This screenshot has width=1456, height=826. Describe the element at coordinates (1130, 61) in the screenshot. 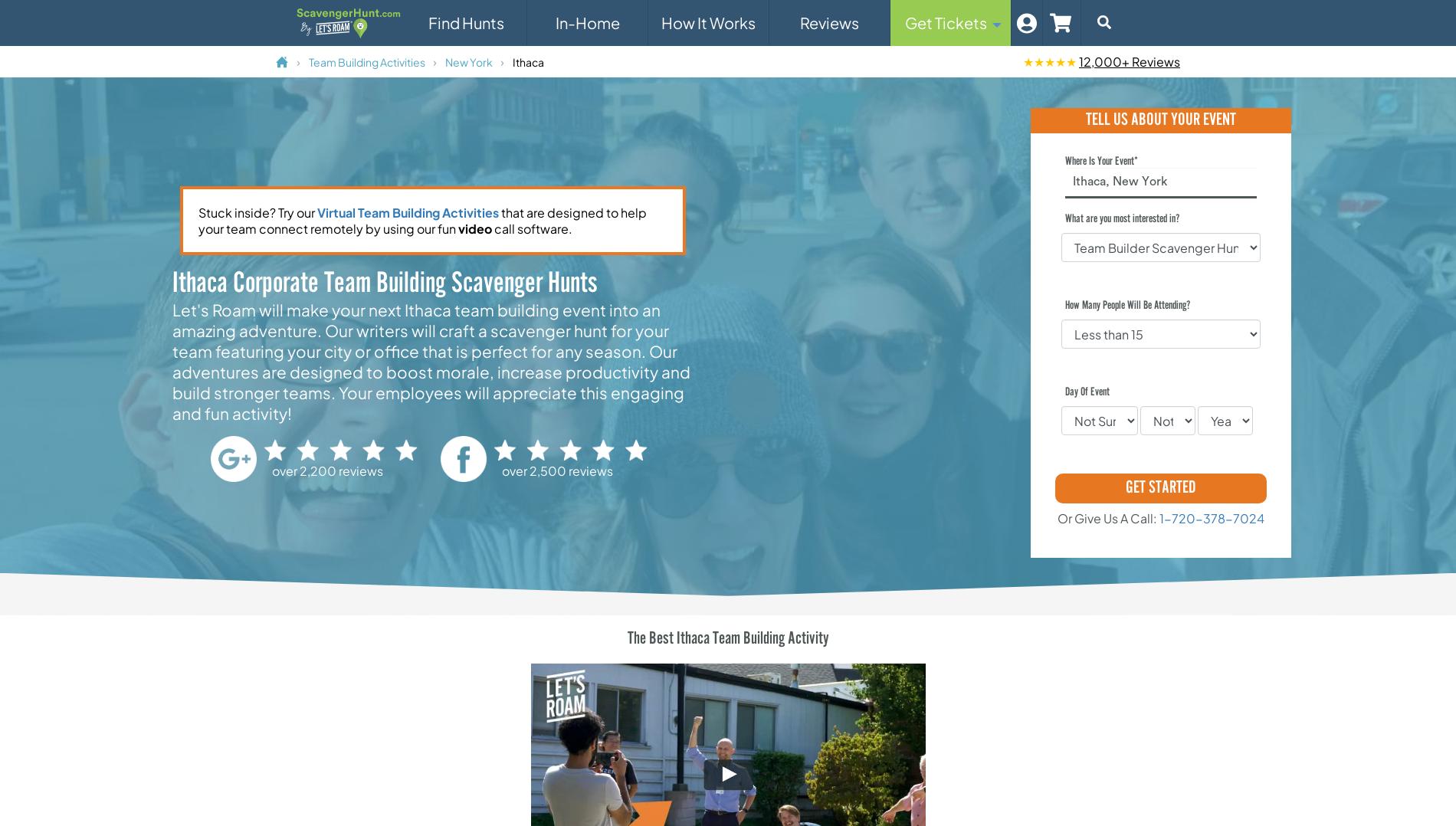

I see `'12,000+ Reviews'` at that location.